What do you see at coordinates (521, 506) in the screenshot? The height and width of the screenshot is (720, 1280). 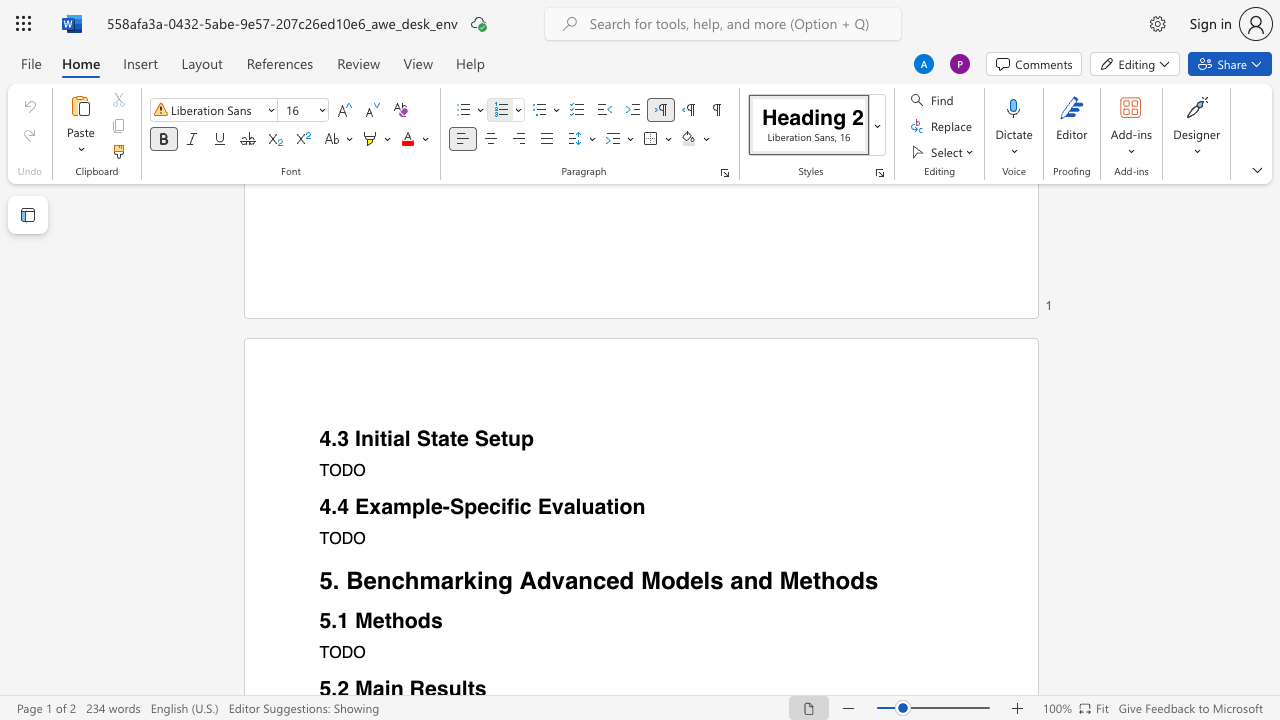 I see `the space between the continuous character "i" and "c" in the text` at bounding box center [521, 506].